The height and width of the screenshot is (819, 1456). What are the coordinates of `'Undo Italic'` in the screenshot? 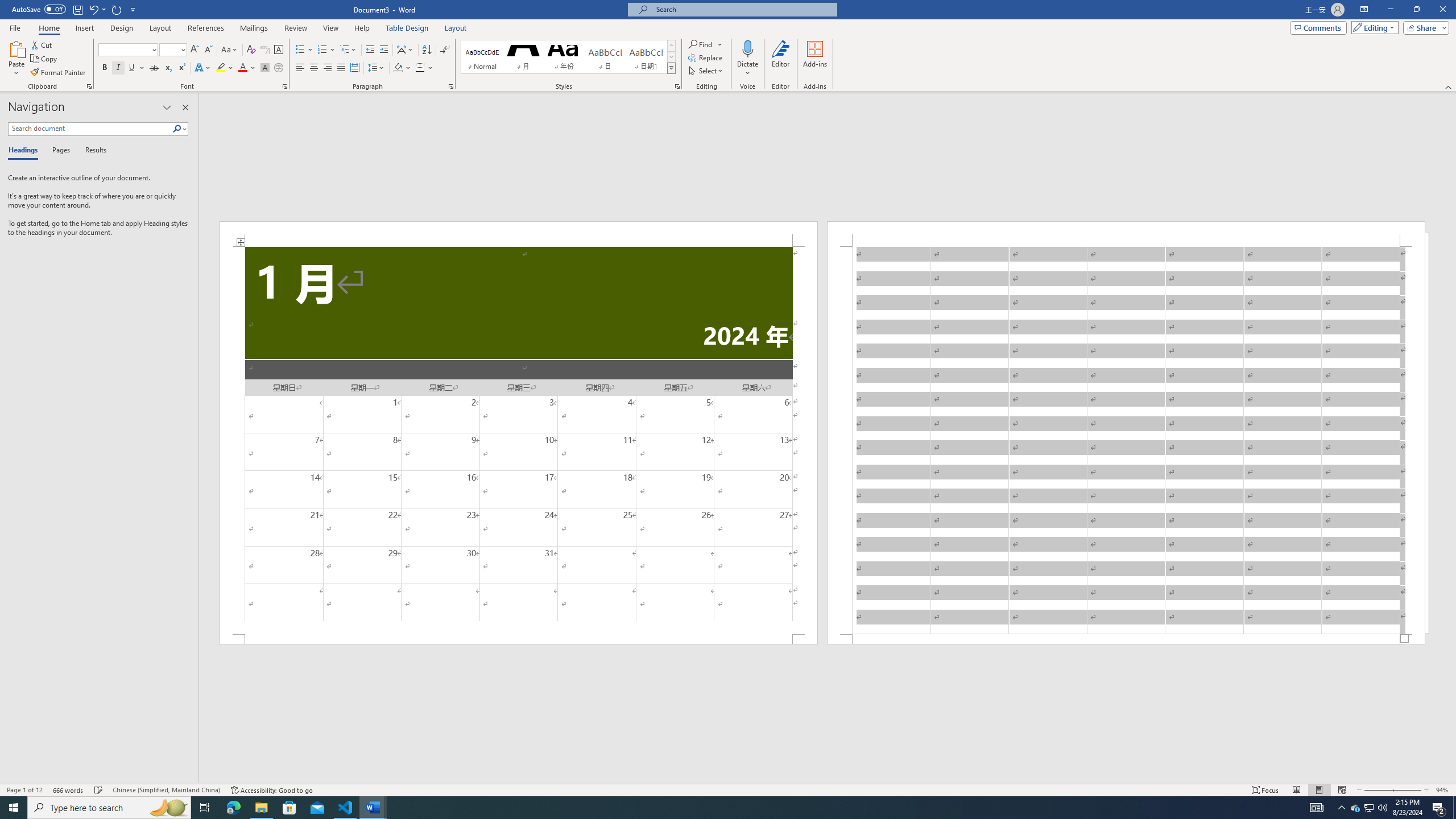 It's located at (93, 9).